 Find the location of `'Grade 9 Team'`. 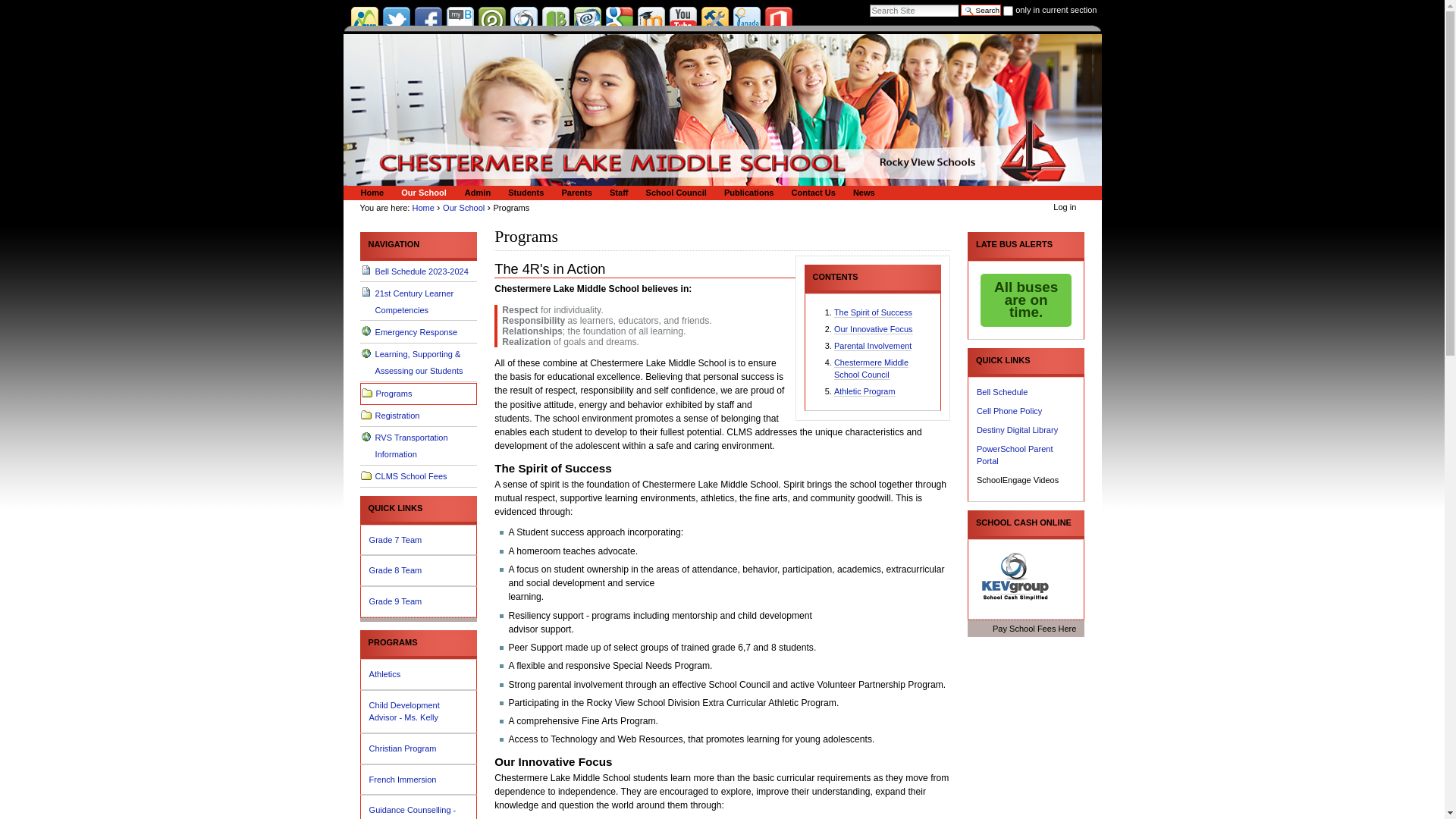

'Grade 9 Team' is located at coordinates (419, 601).